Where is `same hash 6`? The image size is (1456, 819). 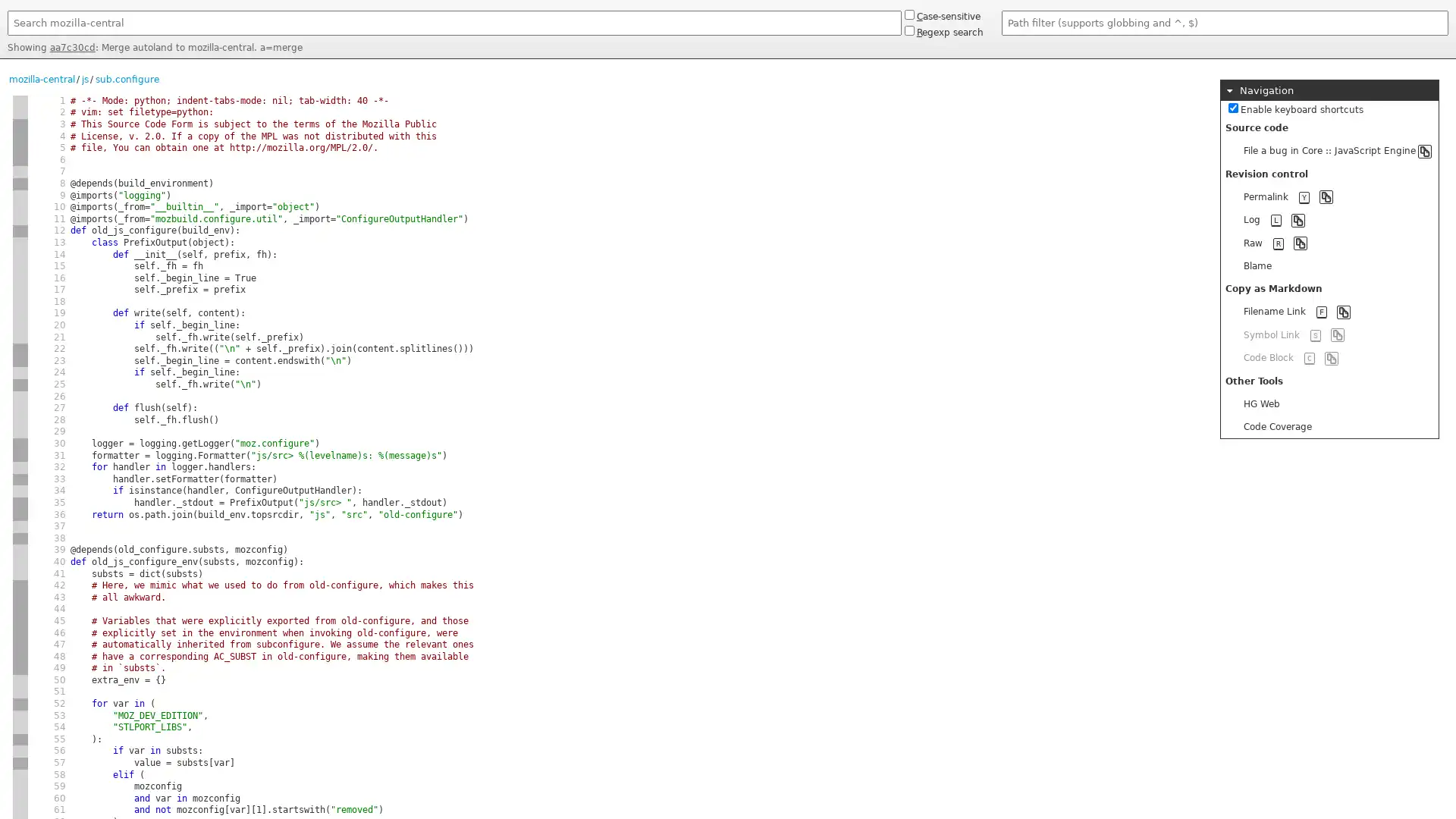 same hash 6 is located at coordinates (20, 407).